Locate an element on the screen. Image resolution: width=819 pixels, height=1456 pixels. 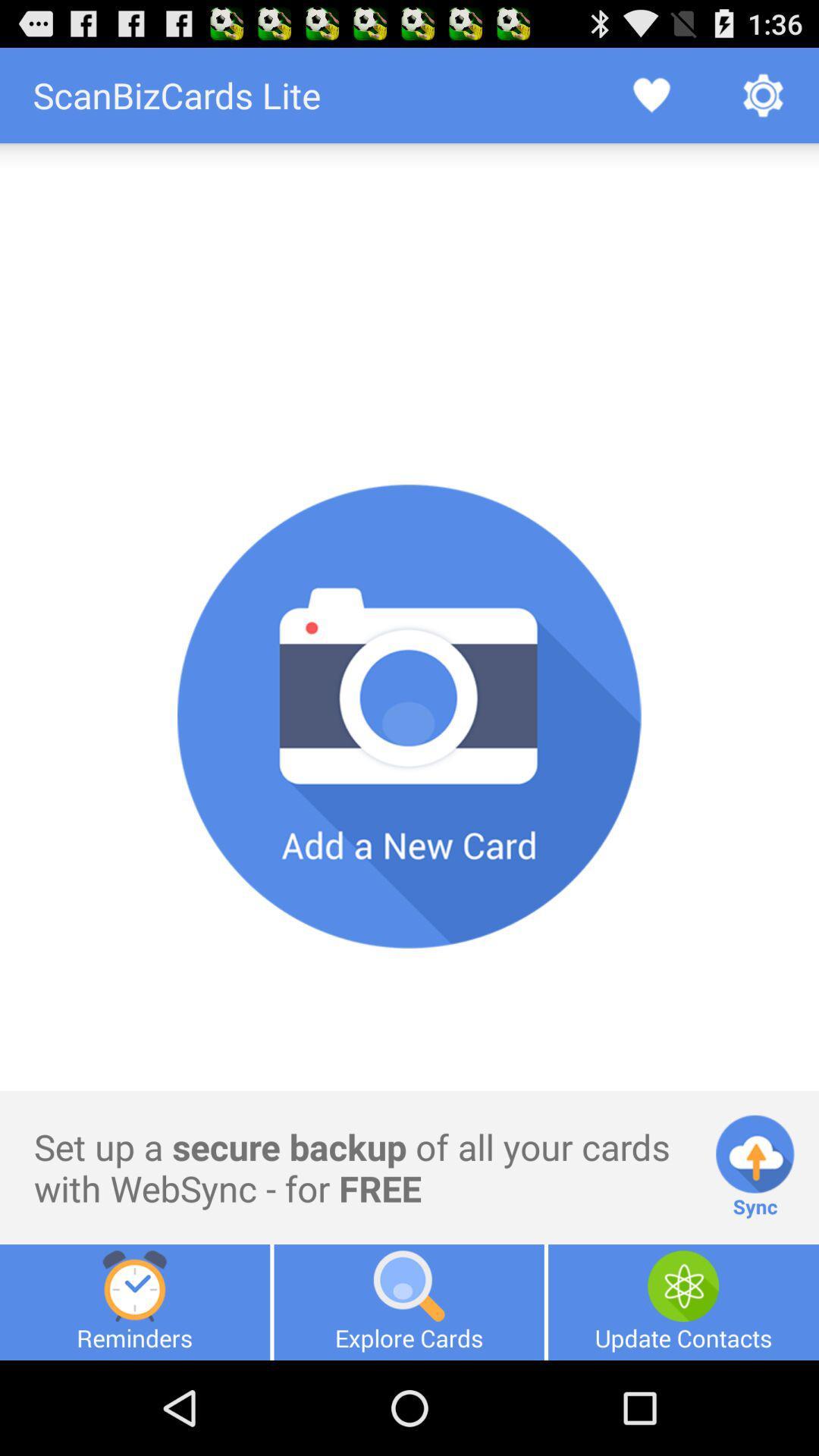
icon above set up a item is located at coordinates (409, 716).